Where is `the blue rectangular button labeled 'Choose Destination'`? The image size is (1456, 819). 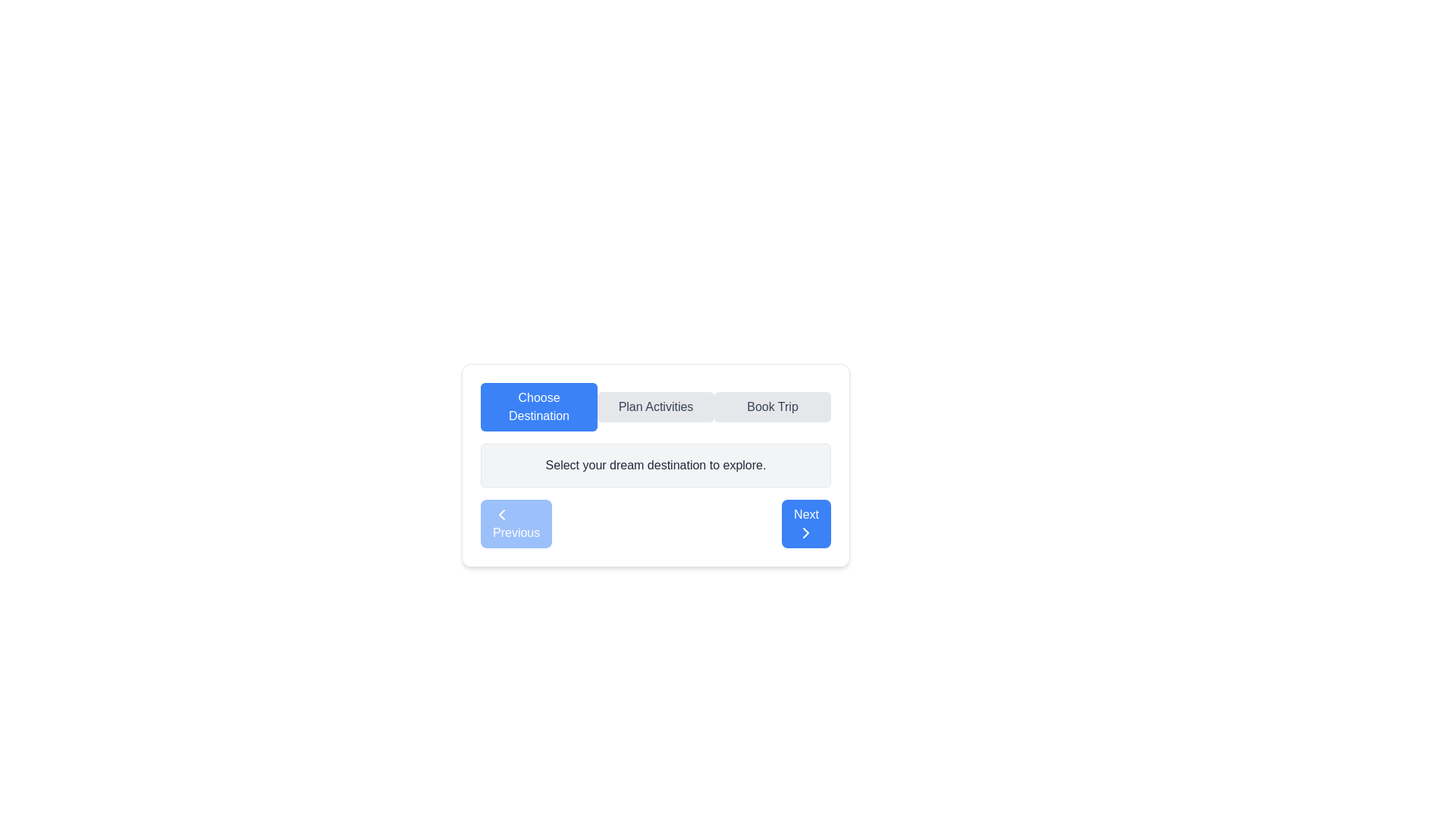 the blue rectangular button labeled 'Choose Destination' is located at coordinates (538, 406).